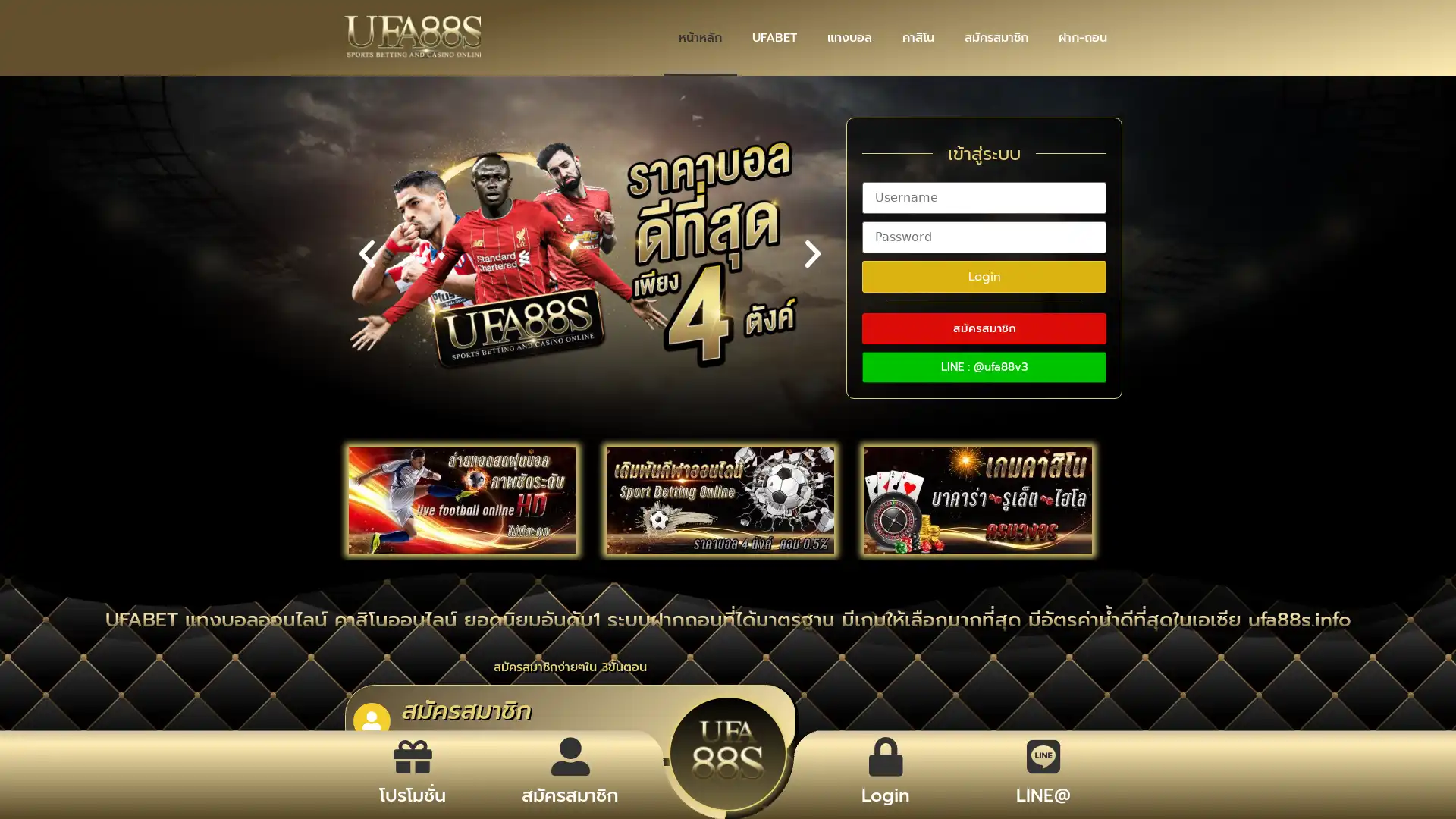  I want to click on LINE : @ufa88v3, so click(984, 366).